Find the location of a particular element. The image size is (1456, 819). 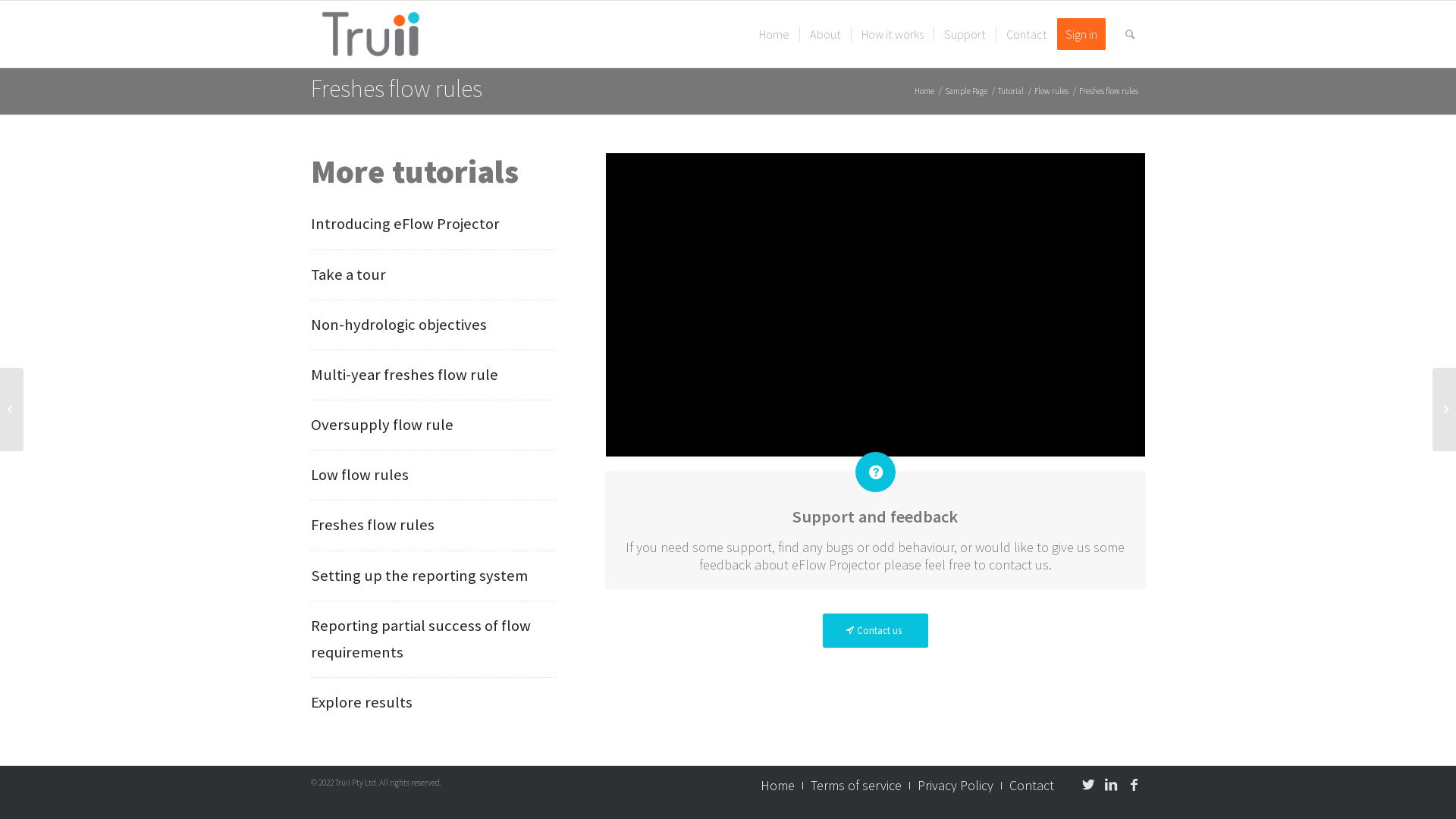

'Sign in' is located at coordinates (1085, 34).